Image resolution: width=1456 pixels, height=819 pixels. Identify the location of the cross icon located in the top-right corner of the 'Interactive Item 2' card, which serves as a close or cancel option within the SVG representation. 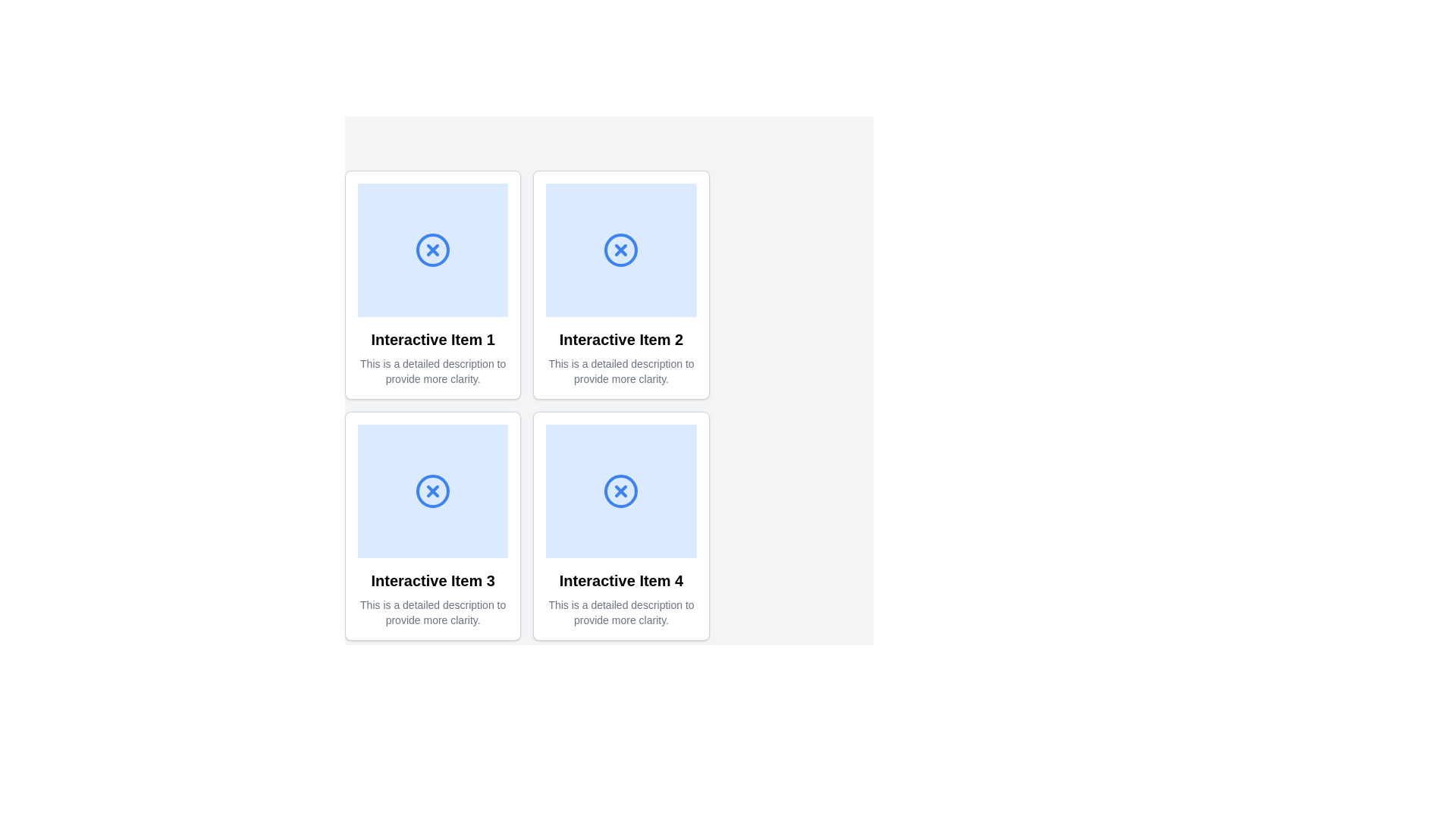
(621, 249).